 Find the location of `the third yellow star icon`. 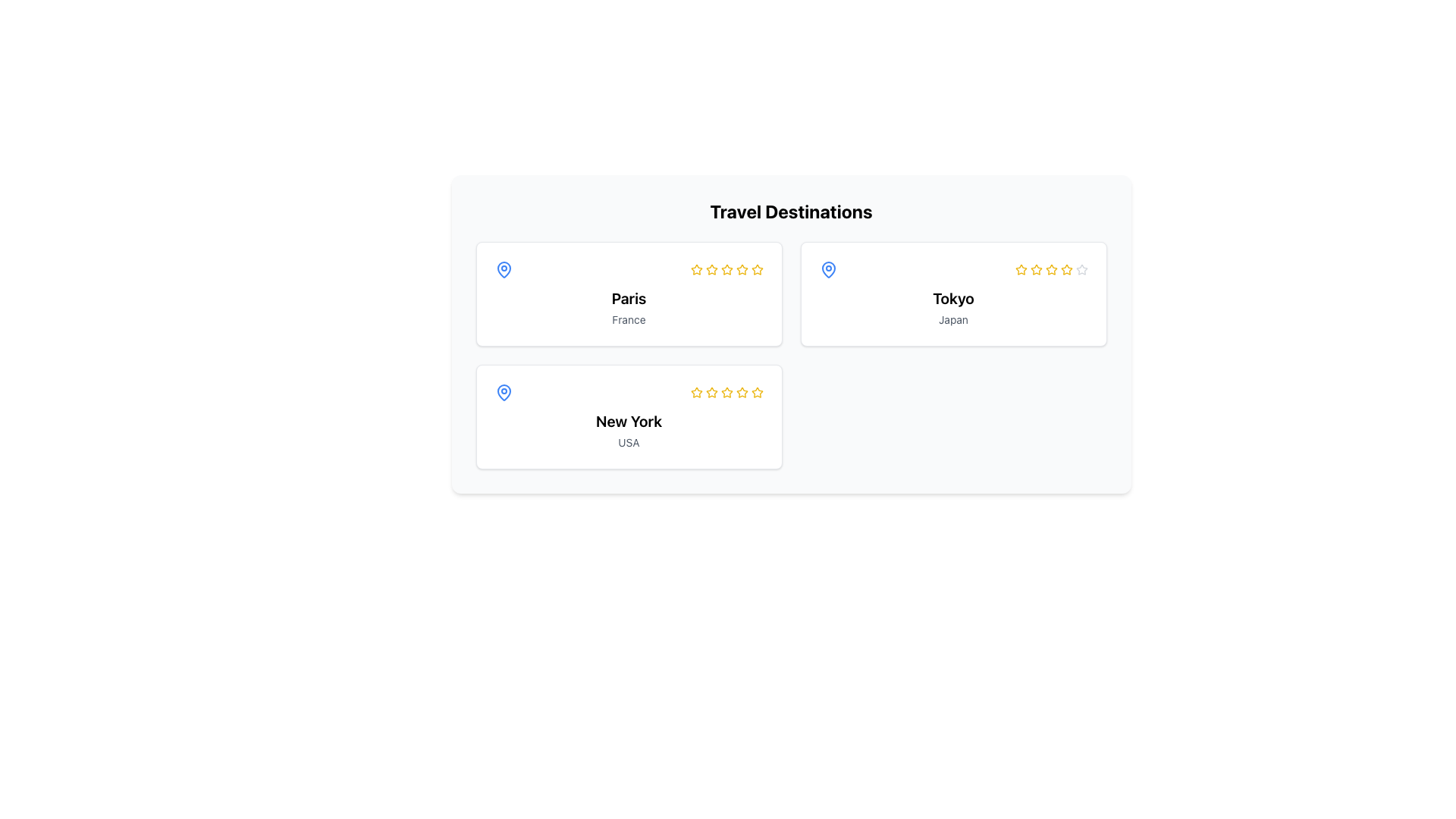

the third yellow star icon is located at coordinates (757, 268).